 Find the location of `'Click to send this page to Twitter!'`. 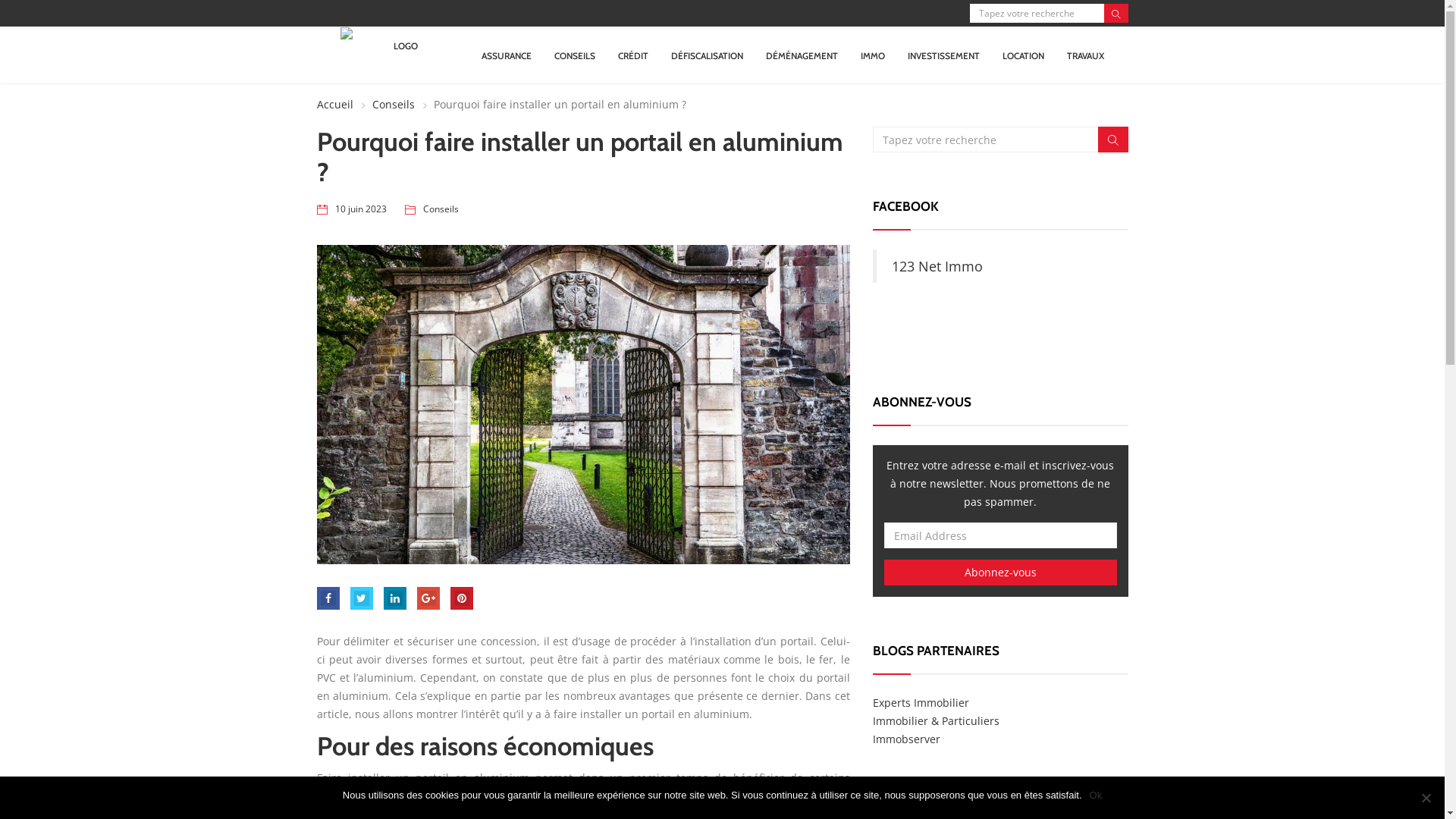

'Click to send this page to Twitter!' is located at coordinates (349, 598).